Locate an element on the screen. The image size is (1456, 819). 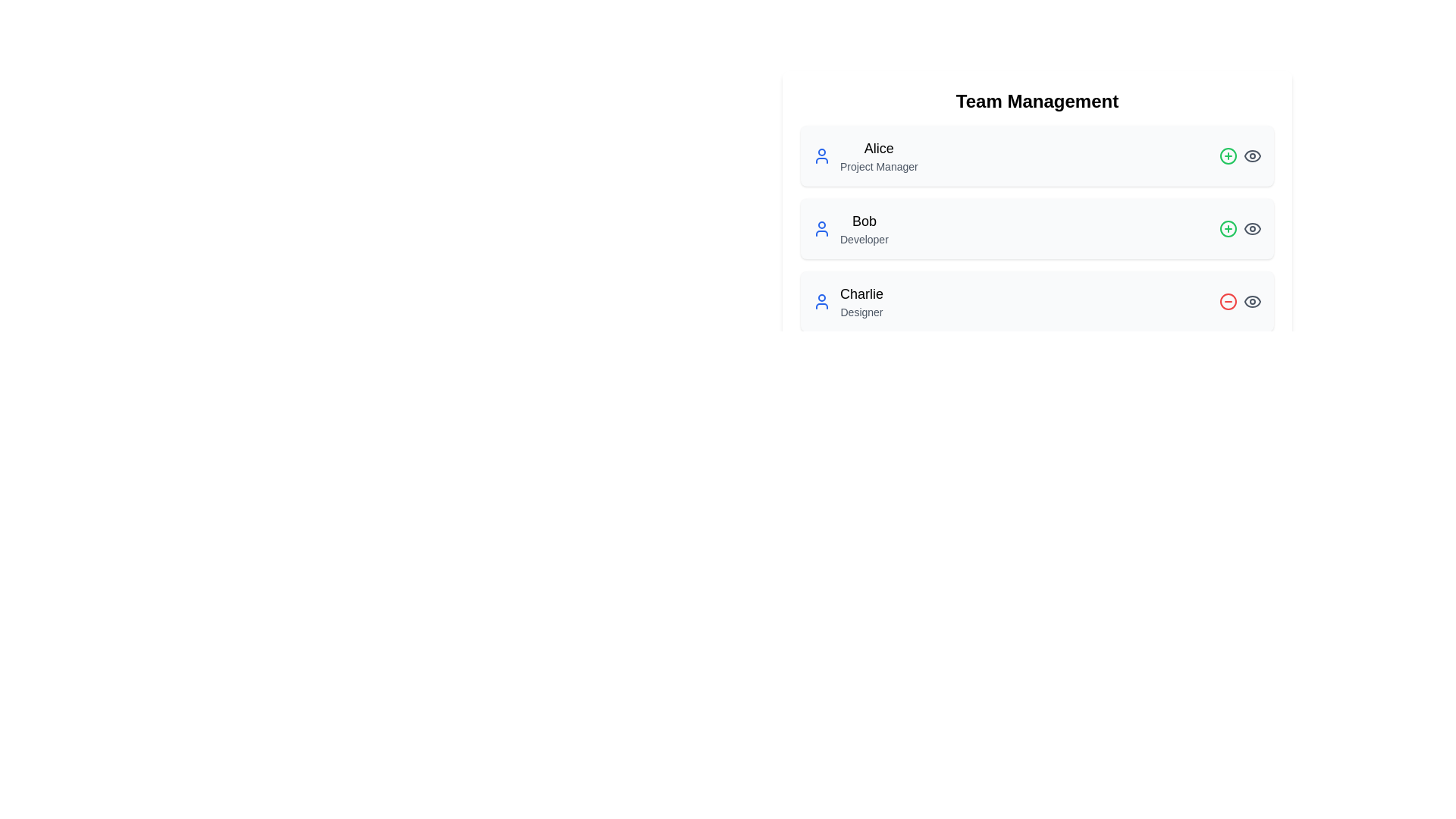
the Plus icon for Alice is located at coordinates (1228, 155).